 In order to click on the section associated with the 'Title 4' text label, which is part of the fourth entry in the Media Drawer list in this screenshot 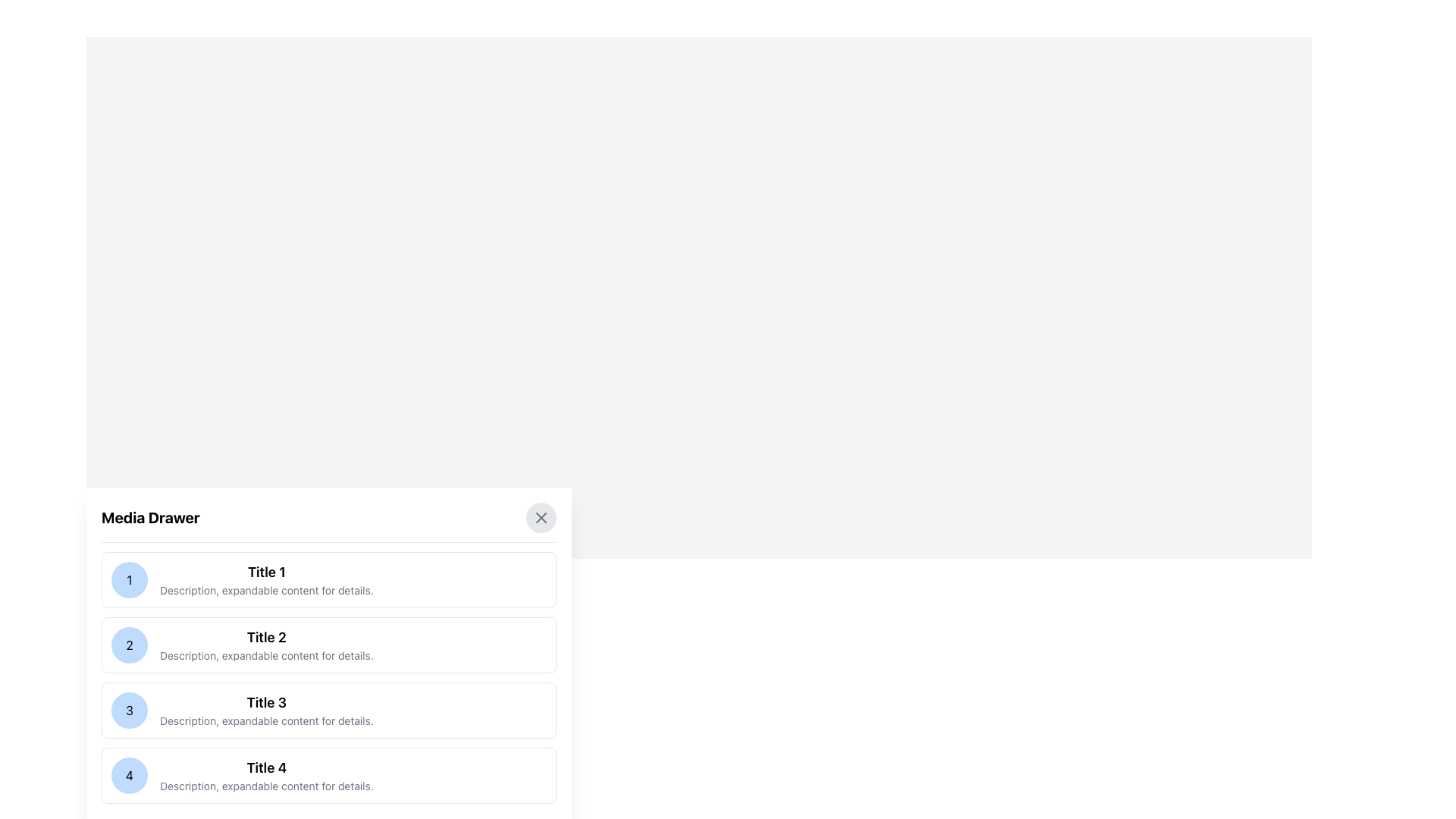, I will do `click(266, 768)`.